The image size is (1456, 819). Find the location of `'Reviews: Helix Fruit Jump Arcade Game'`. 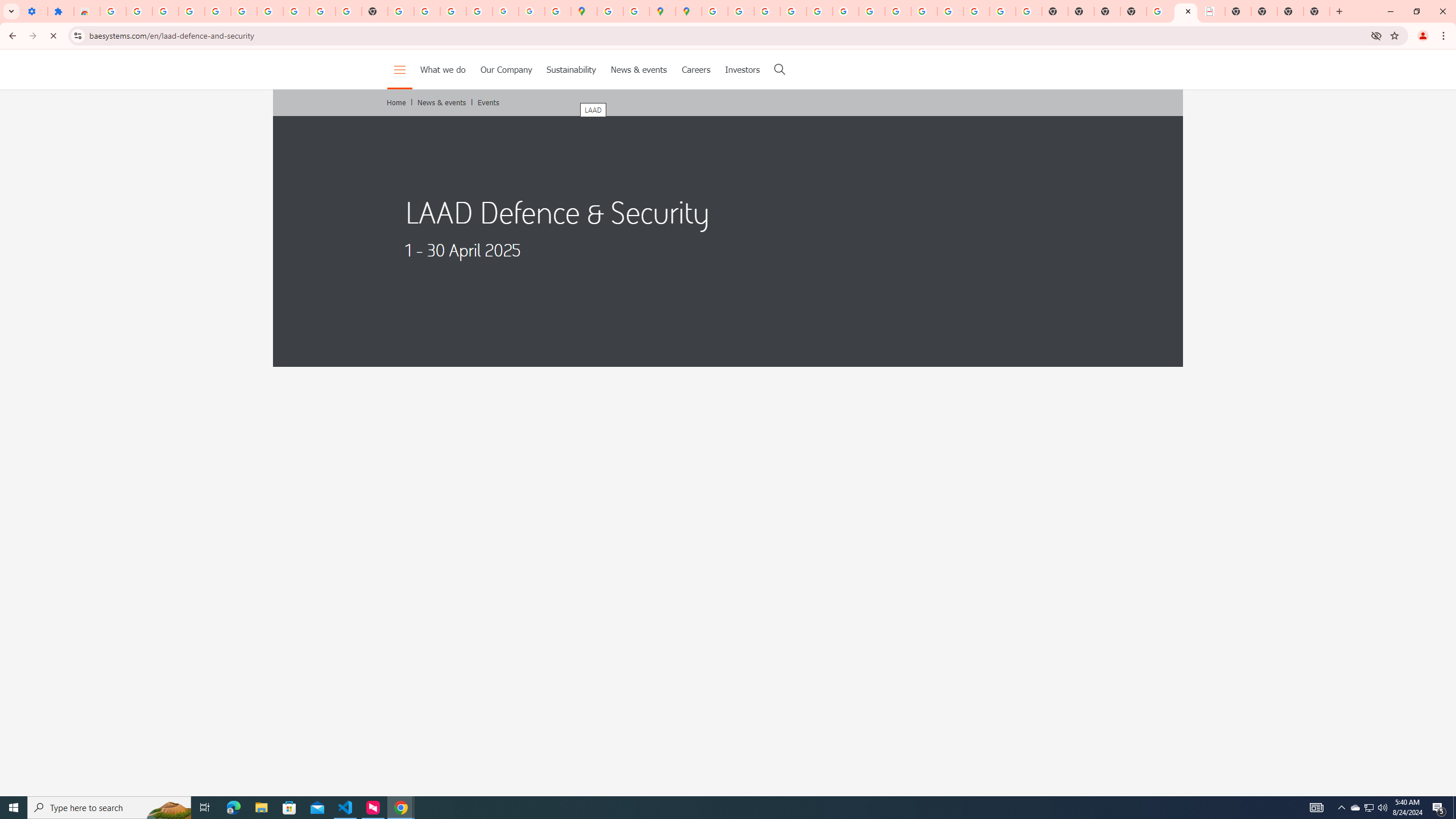

'Reviews: Helix Fruit Jump Arcade Game' is located at coordinates (86, 11).